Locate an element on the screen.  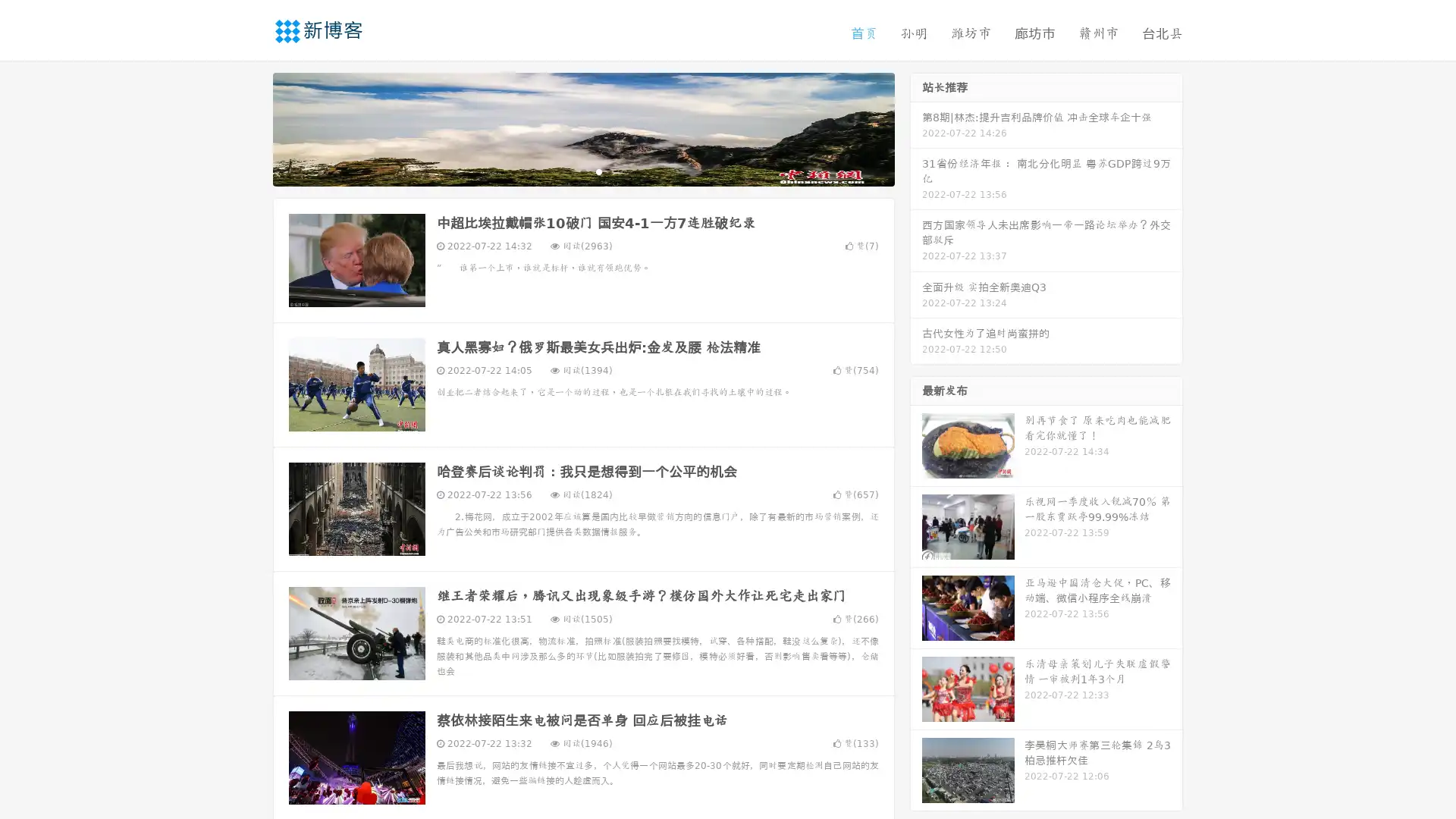
Previous slide is located at coordinates (250, 127).